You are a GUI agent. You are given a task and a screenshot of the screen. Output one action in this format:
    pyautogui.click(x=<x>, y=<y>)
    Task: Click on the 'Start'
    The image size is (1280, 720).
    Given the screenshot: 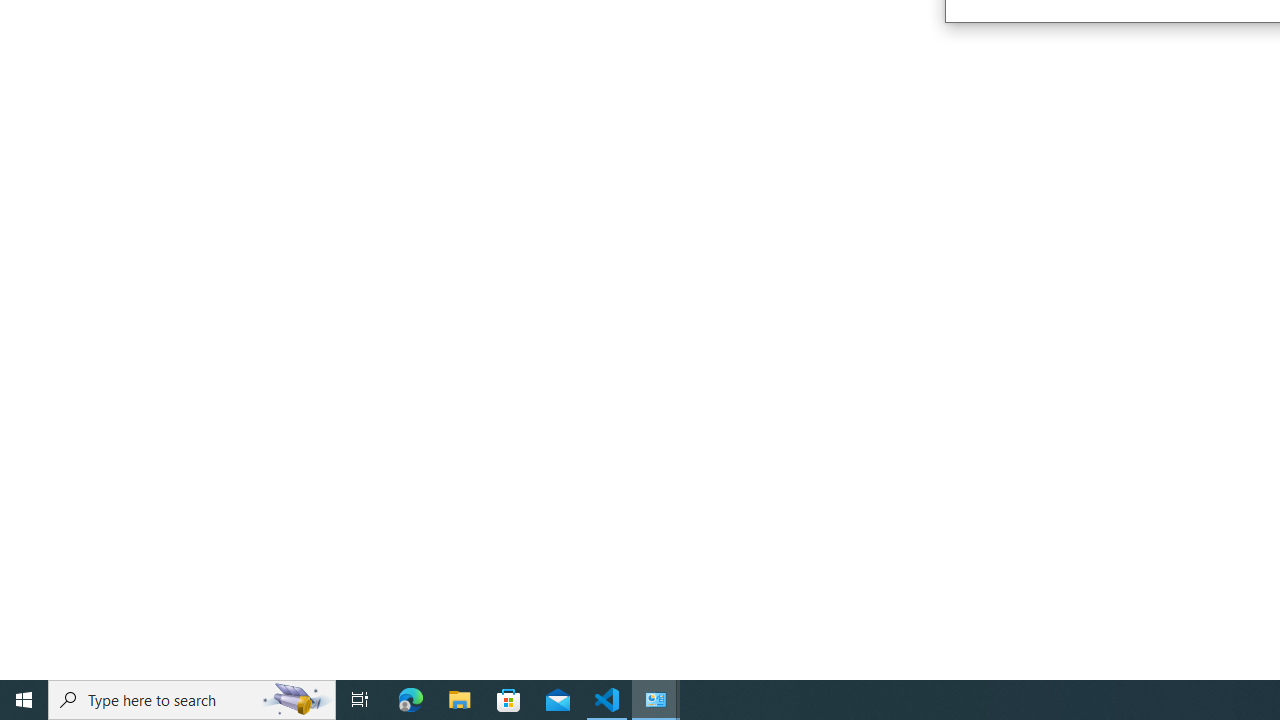 What is the action you would take?
    pyautogui.click(x=24, y=698)
    